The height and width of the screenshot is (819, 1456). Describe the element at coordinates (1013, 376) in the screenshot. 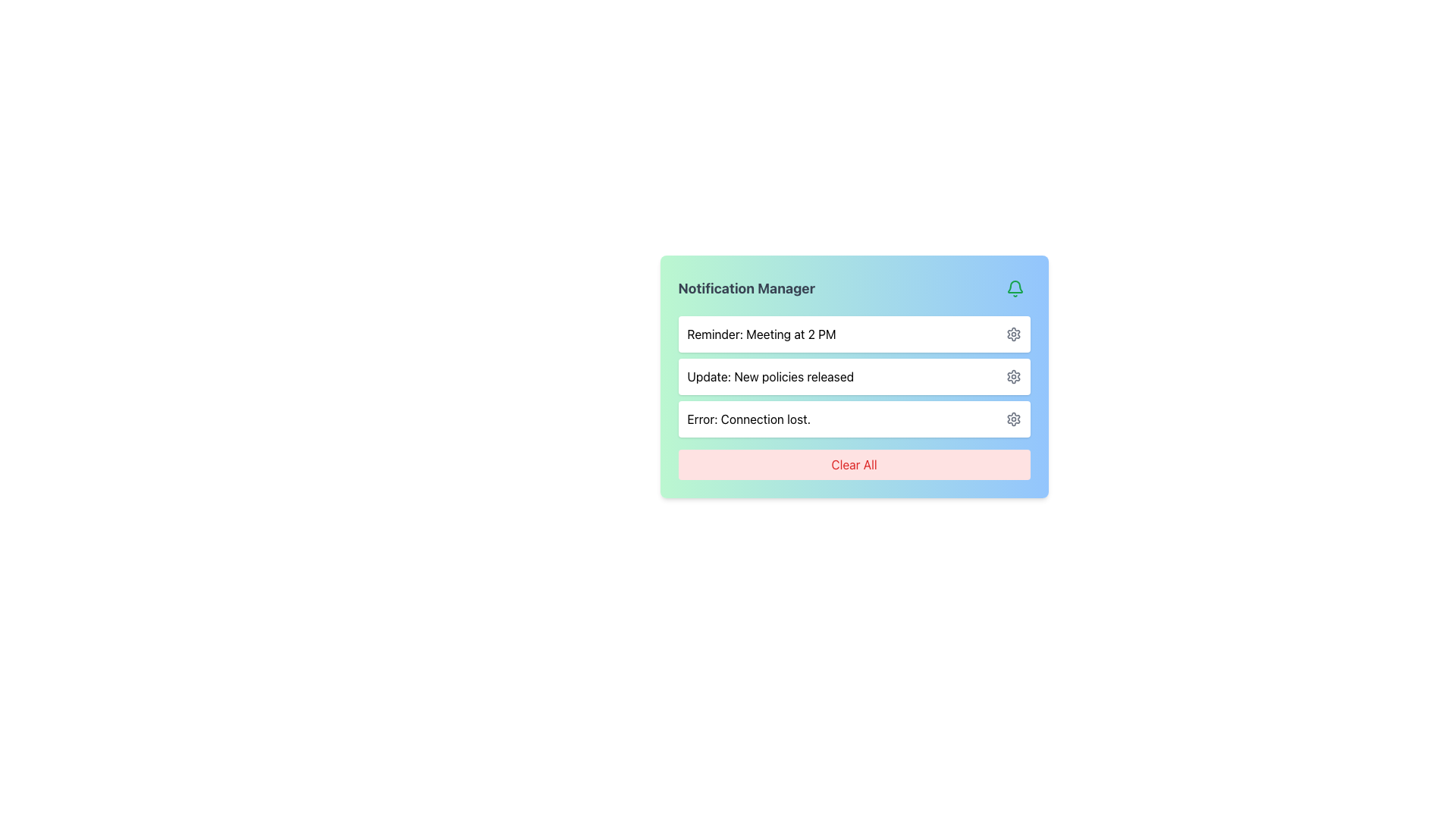

I see `the settings button located on the far-right side of the notification row labeled 'Update: New policies released' to interact with the associated settings or actions` at that location.